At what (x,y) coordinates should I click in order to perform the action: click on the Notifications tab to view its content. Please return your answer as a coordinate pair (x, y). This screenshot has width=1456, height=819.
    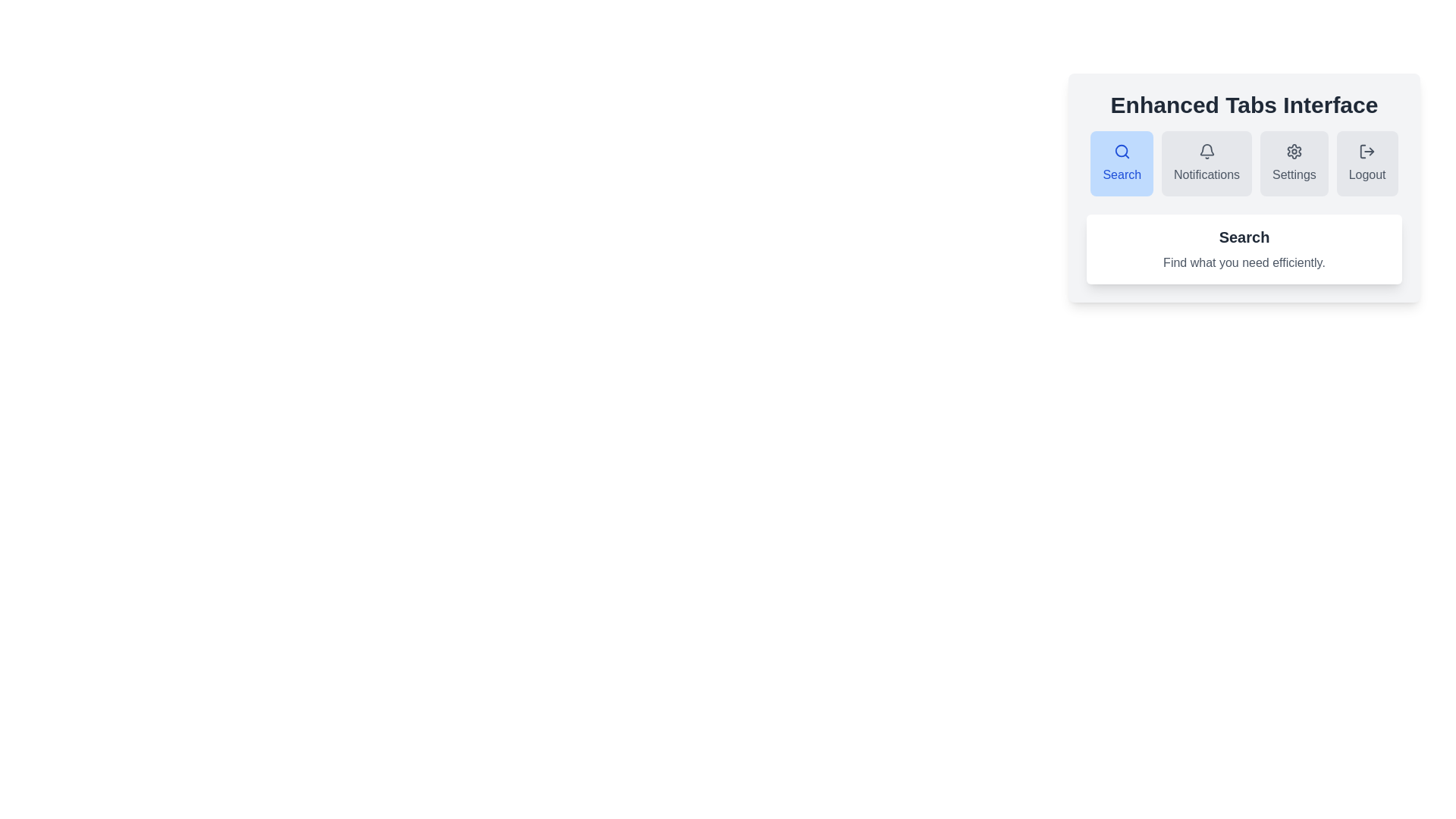
    Looking at the image, I should click on (1206, 164).